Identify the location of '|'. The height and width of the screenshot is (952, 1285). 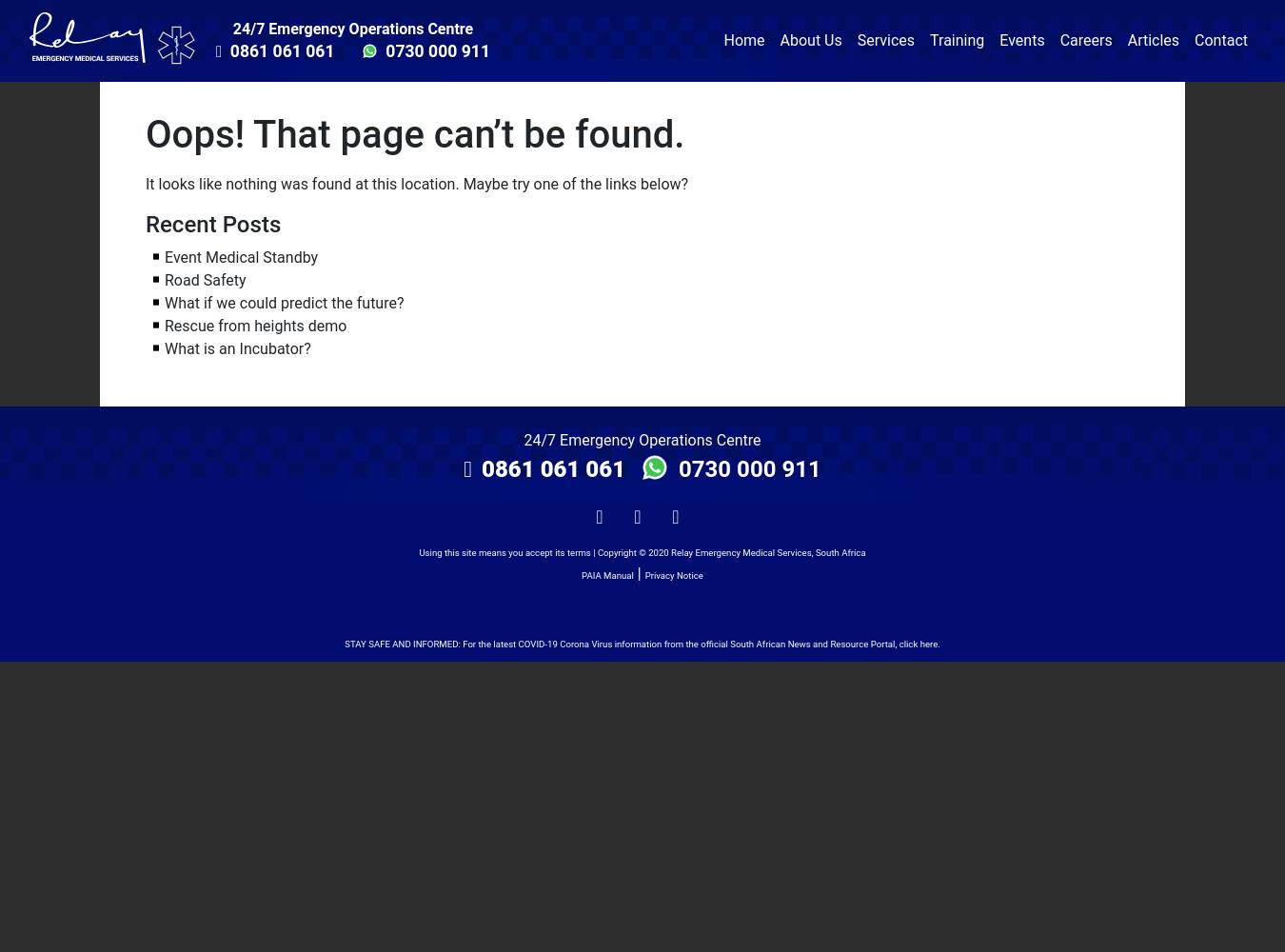
(638, 571).